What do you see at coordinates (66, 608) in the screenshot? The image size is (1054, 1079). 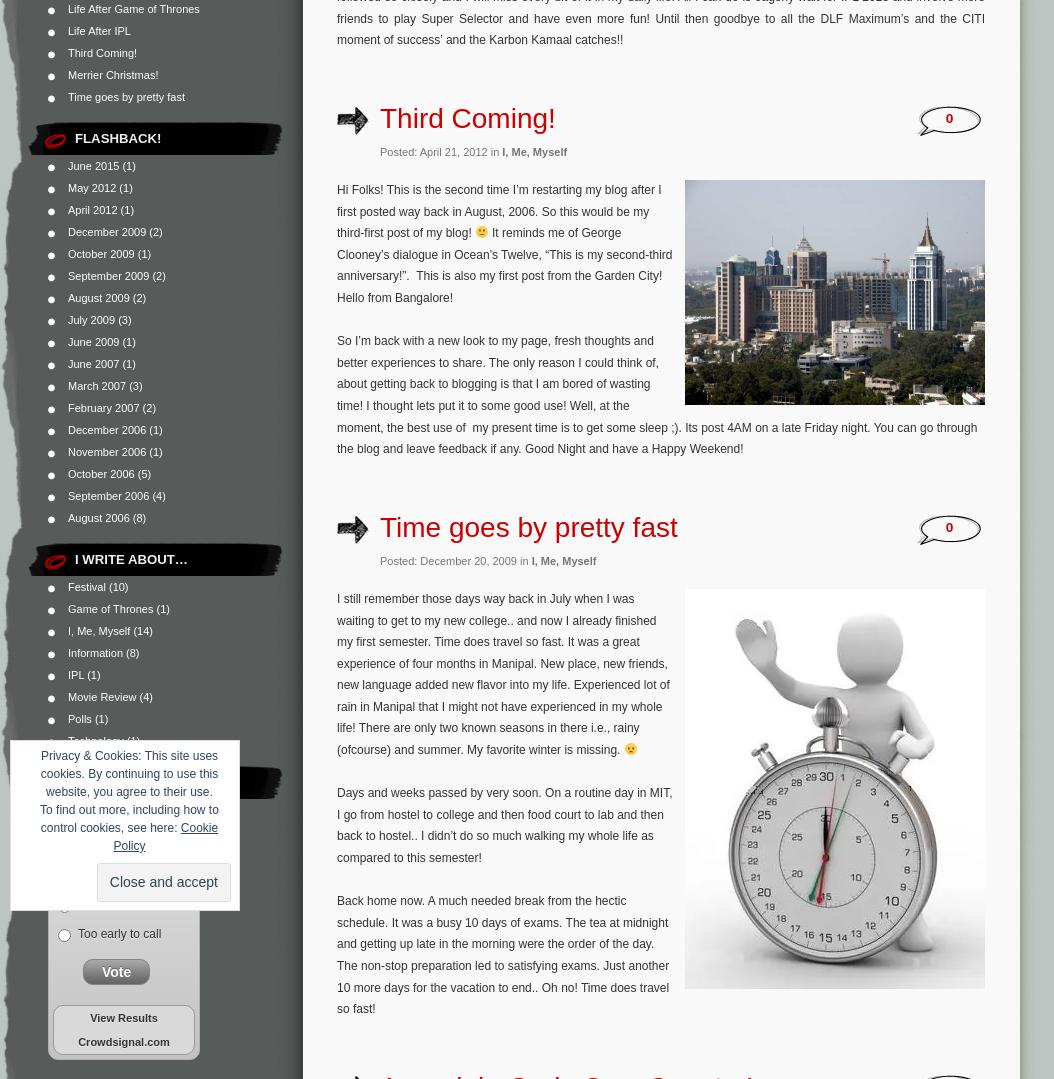 I see `'Game of Thrones'` at bounding box center [66, 608].